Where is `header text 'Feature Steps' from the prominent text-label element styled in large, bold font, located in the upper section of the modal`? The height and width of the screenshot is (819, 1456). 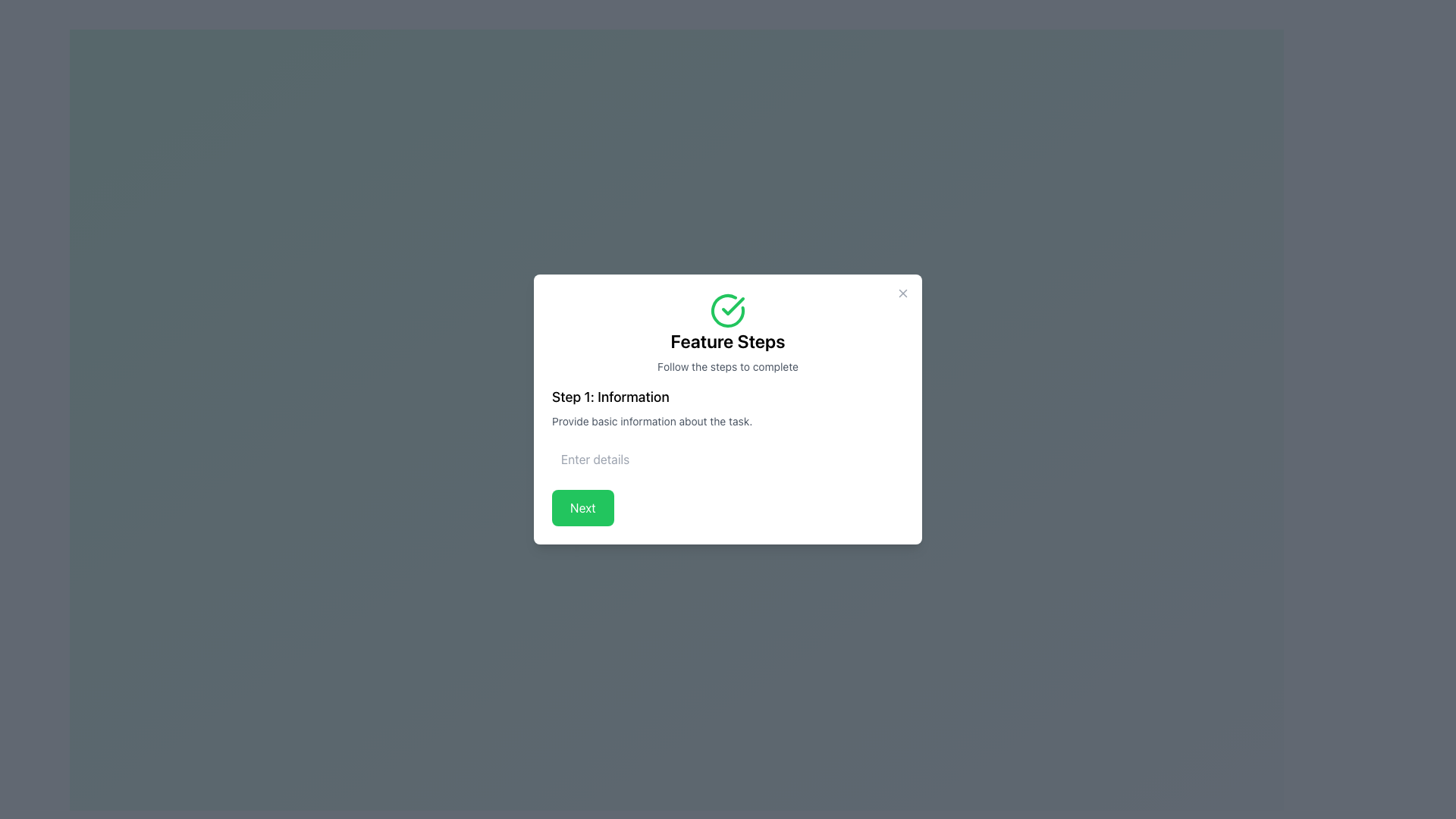 header text 'Feature Steps' from the prominent text-label element styled in large, bold font, located in the upper section of the modal is located at coordinates (728, 341).